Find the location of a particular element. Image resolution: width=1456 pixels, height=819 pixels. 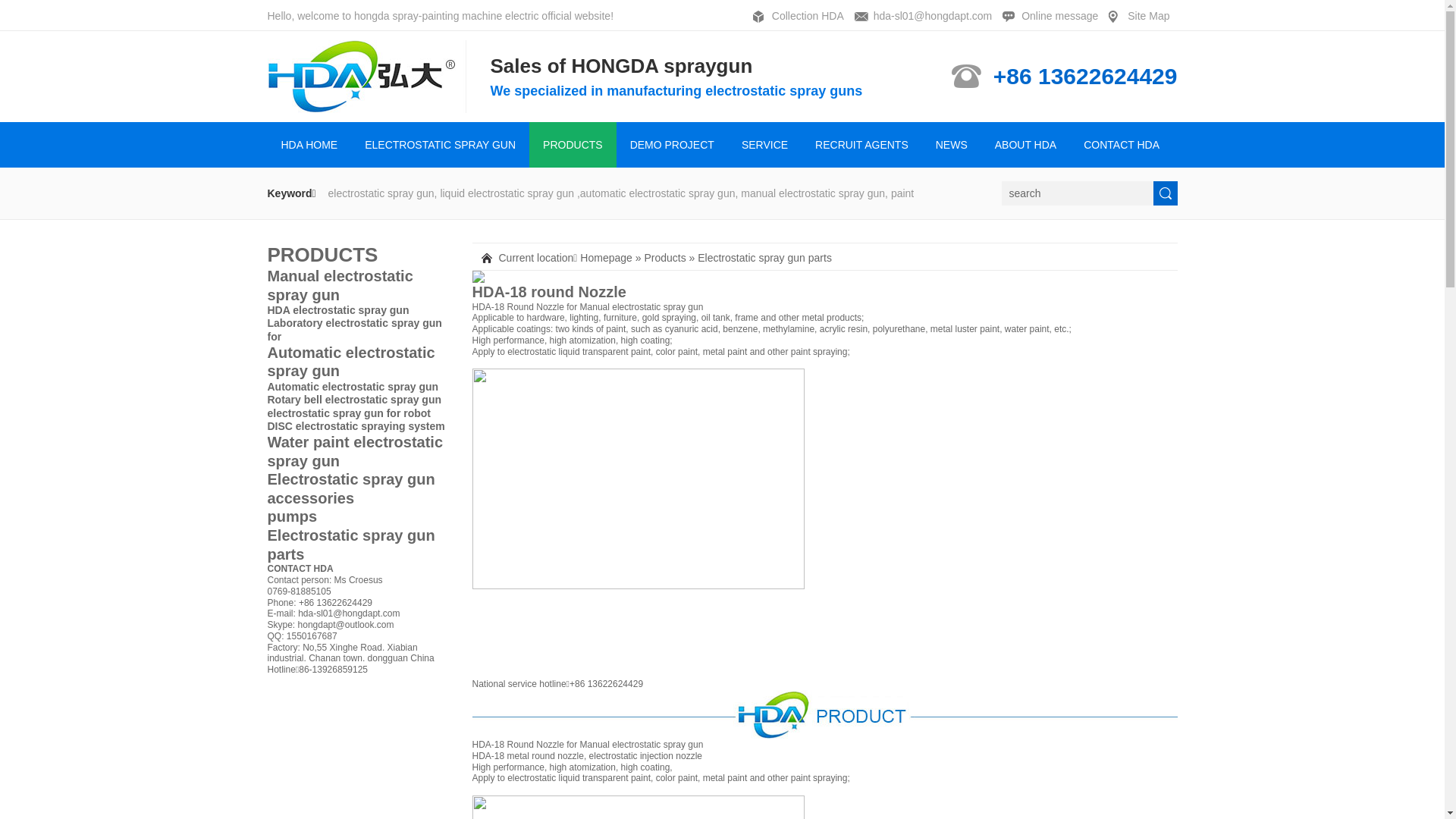

'Homepage' is located at coordinates (605, 256).